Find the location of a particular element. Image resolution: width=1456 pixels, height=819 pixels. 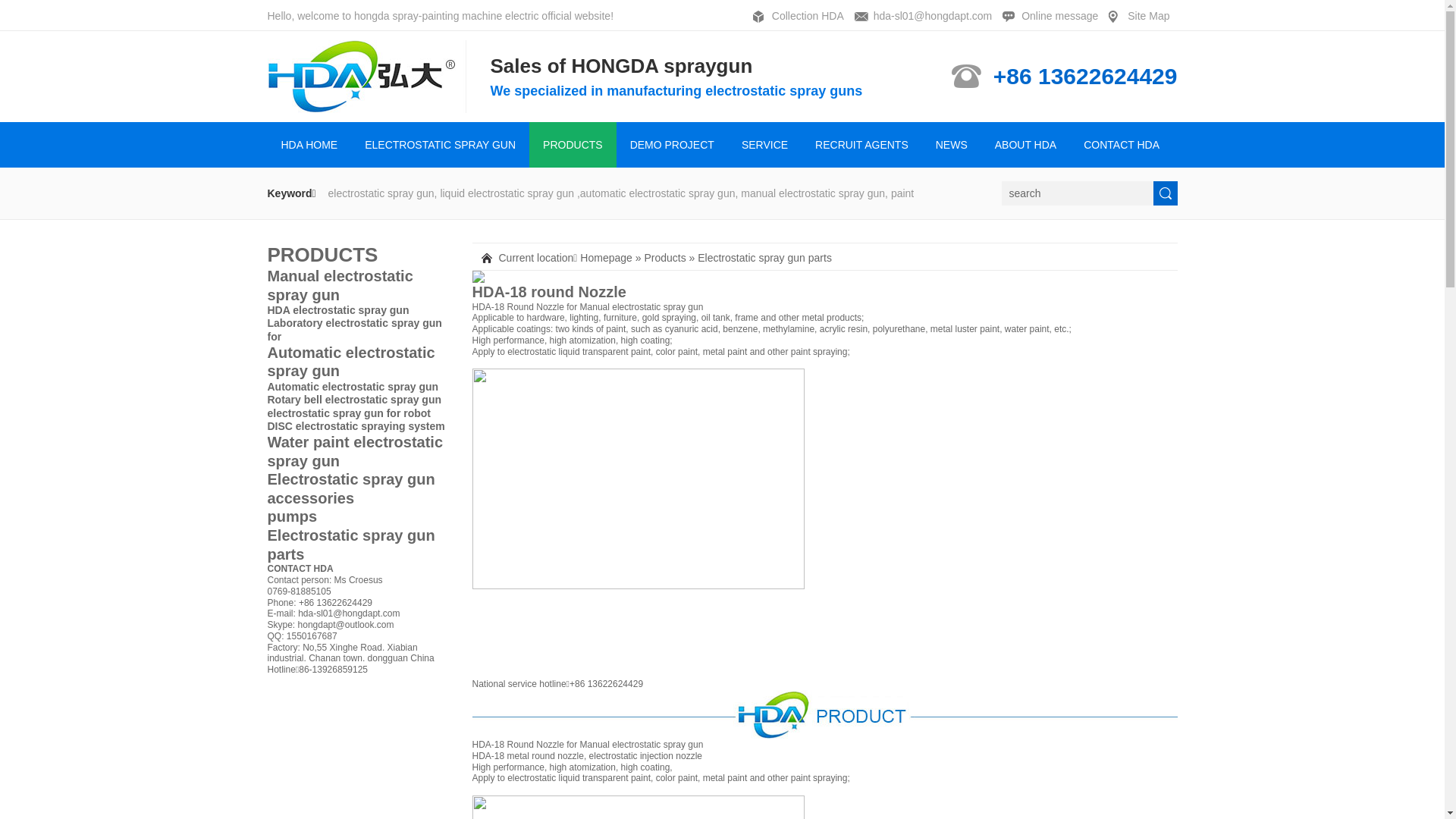

'Homepage' is located at coordinates (605, 256).